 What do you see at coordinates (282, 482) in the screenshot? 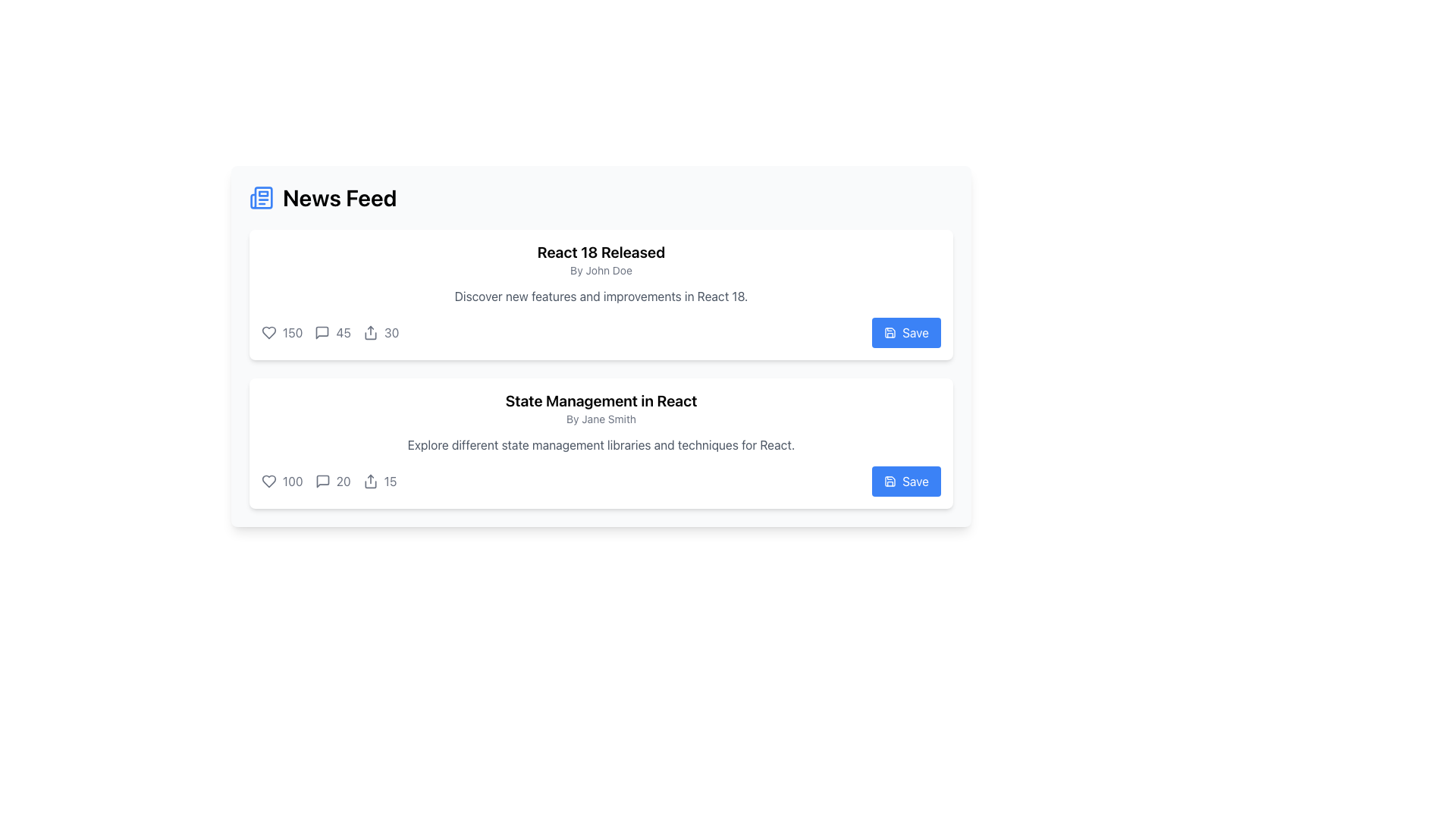
I see `the numerical text '100' styled in gray, located to the right of the heart-shaped icon below the second post in the feed` at bounding box center [282, 482].